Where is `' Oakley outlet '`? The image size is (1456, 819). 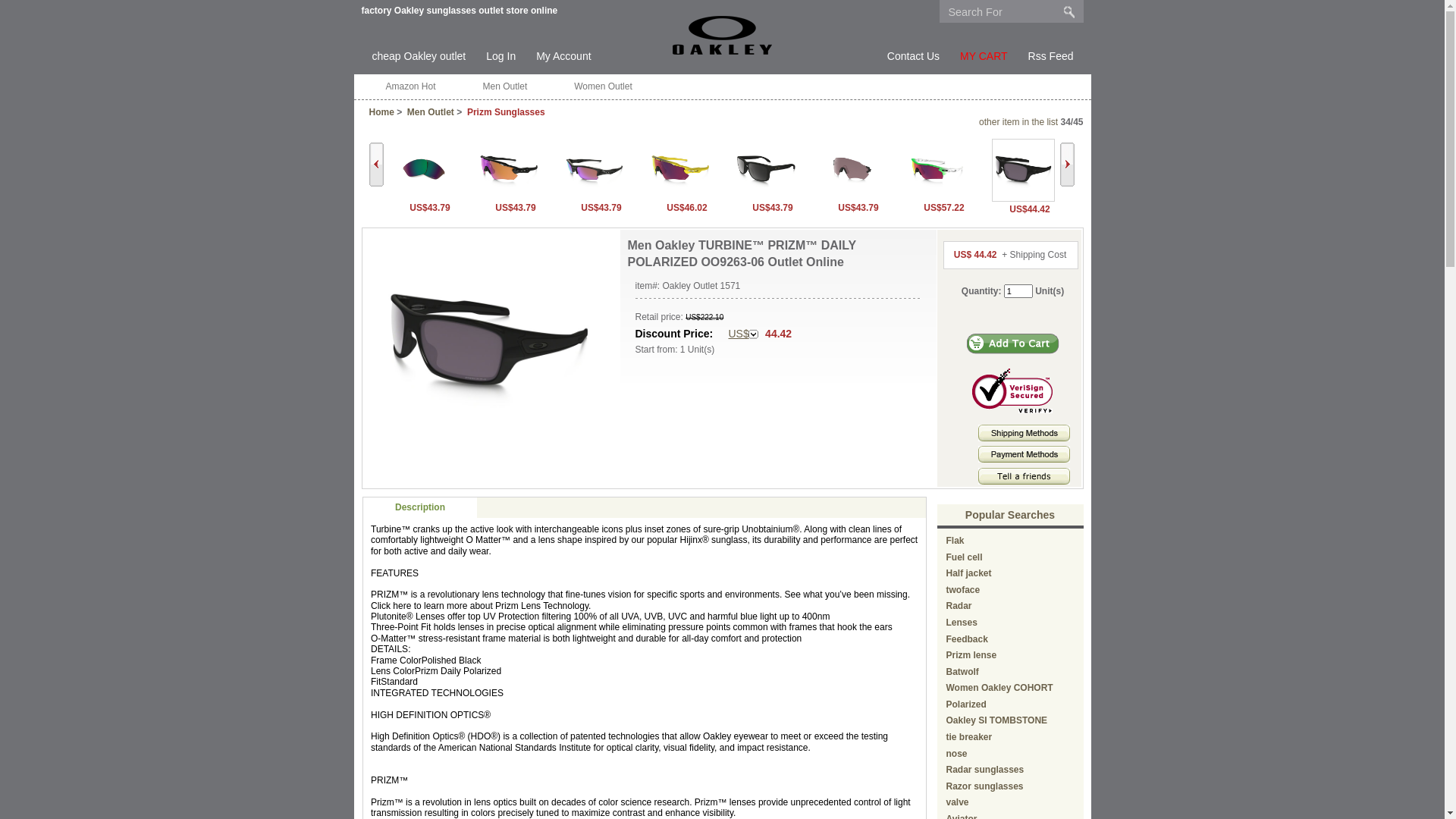 ' Oakley outlet ' is located at coordinates (721, 34).